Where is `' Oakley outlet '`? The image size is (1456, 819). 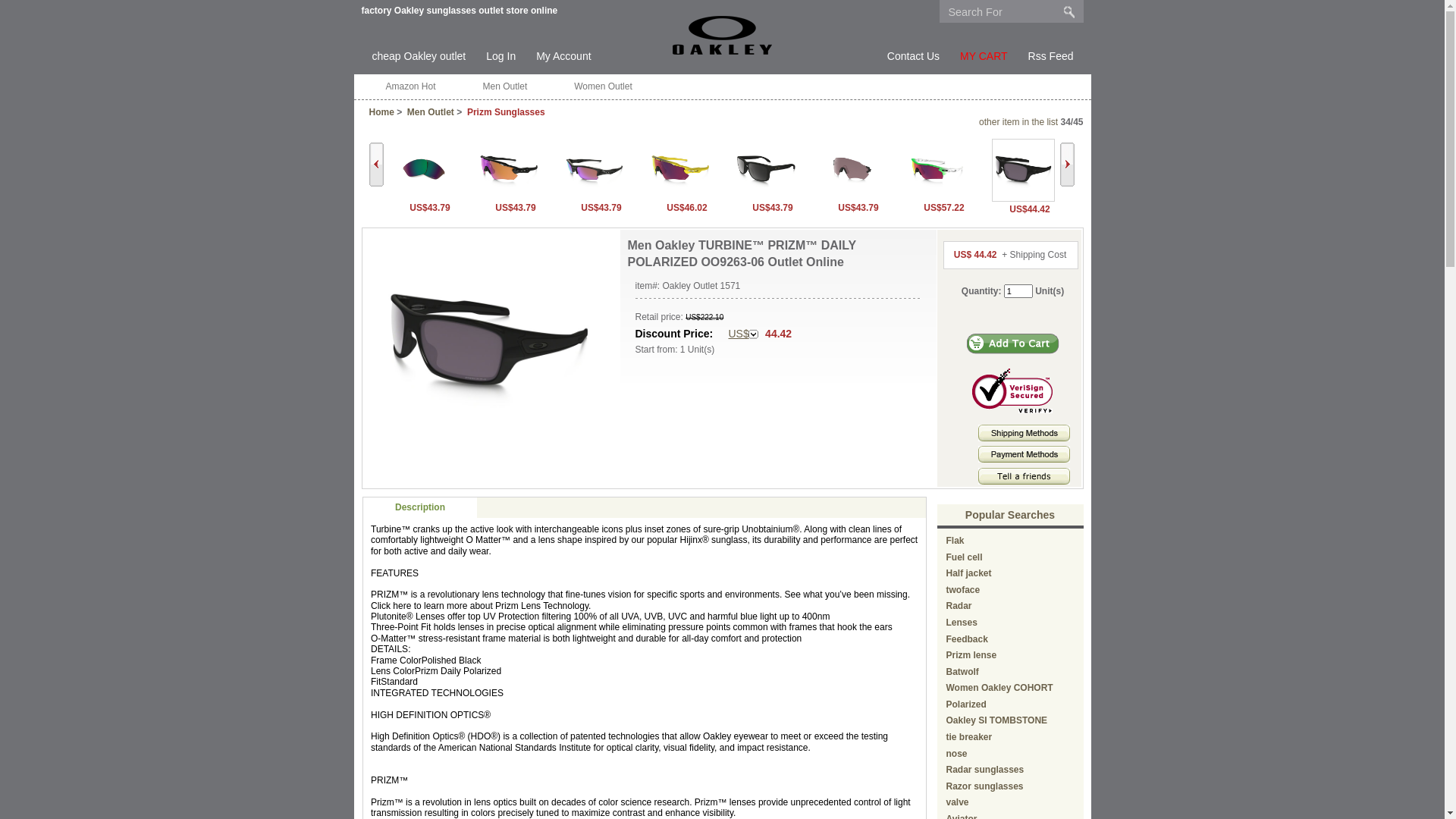 ' Oakley outlet ' is located at coordinates (721, 34).